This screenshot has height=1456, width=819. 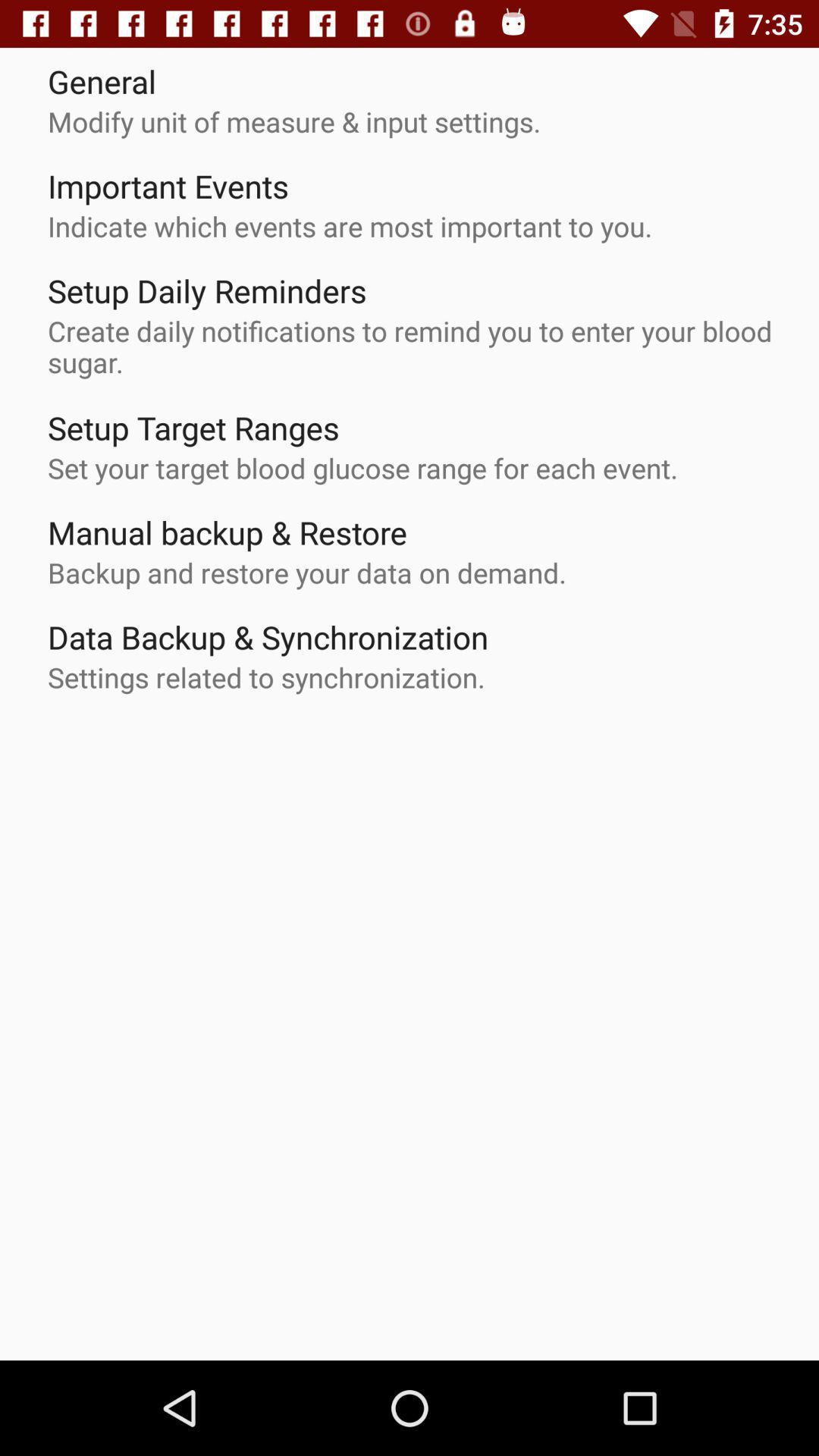 What do you see at coordinates (362, 467) in the screenshot?
I see `the app above the manual backup & restore` at bounding box center [362, 467].